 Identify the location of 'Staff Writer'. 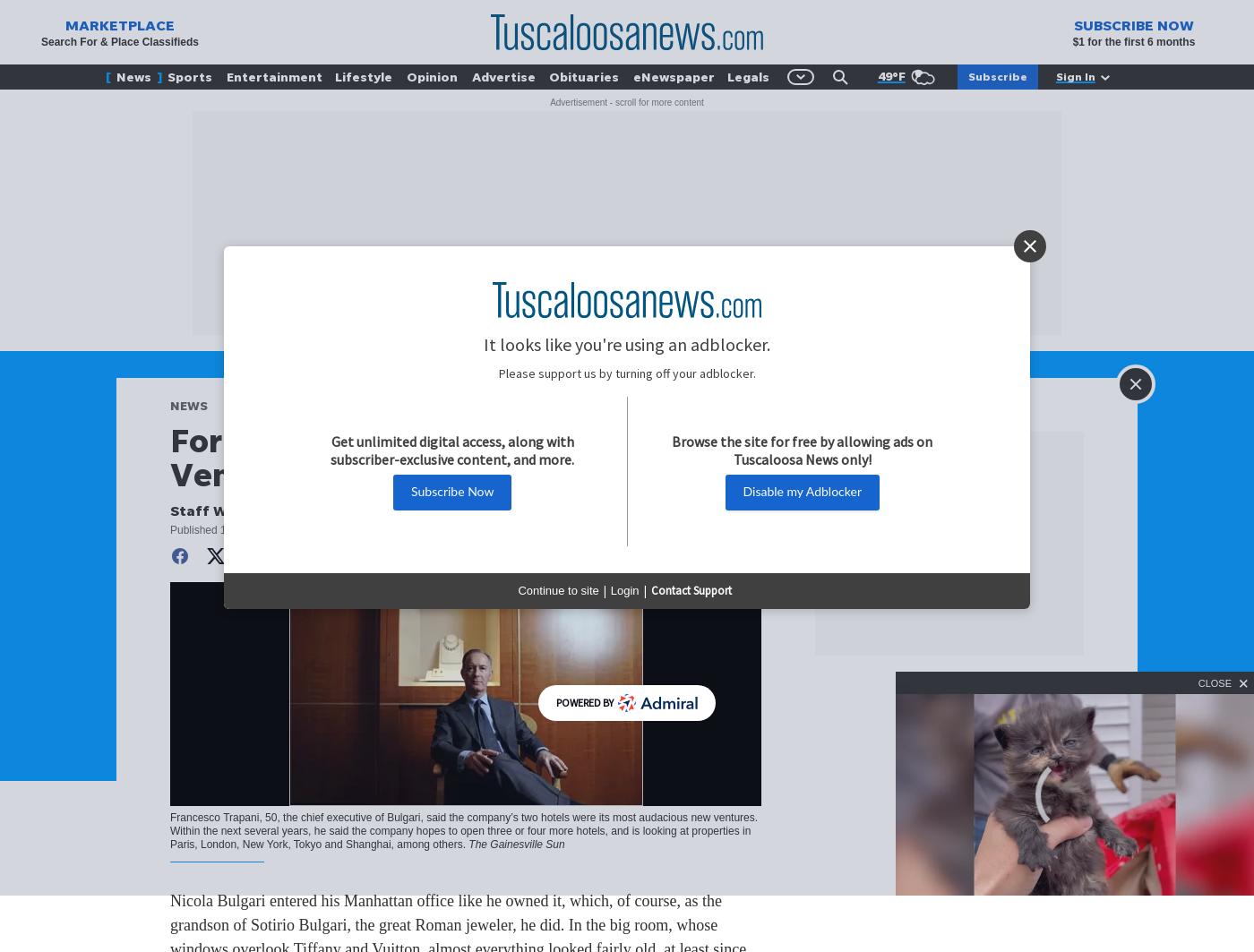
(215, 509).